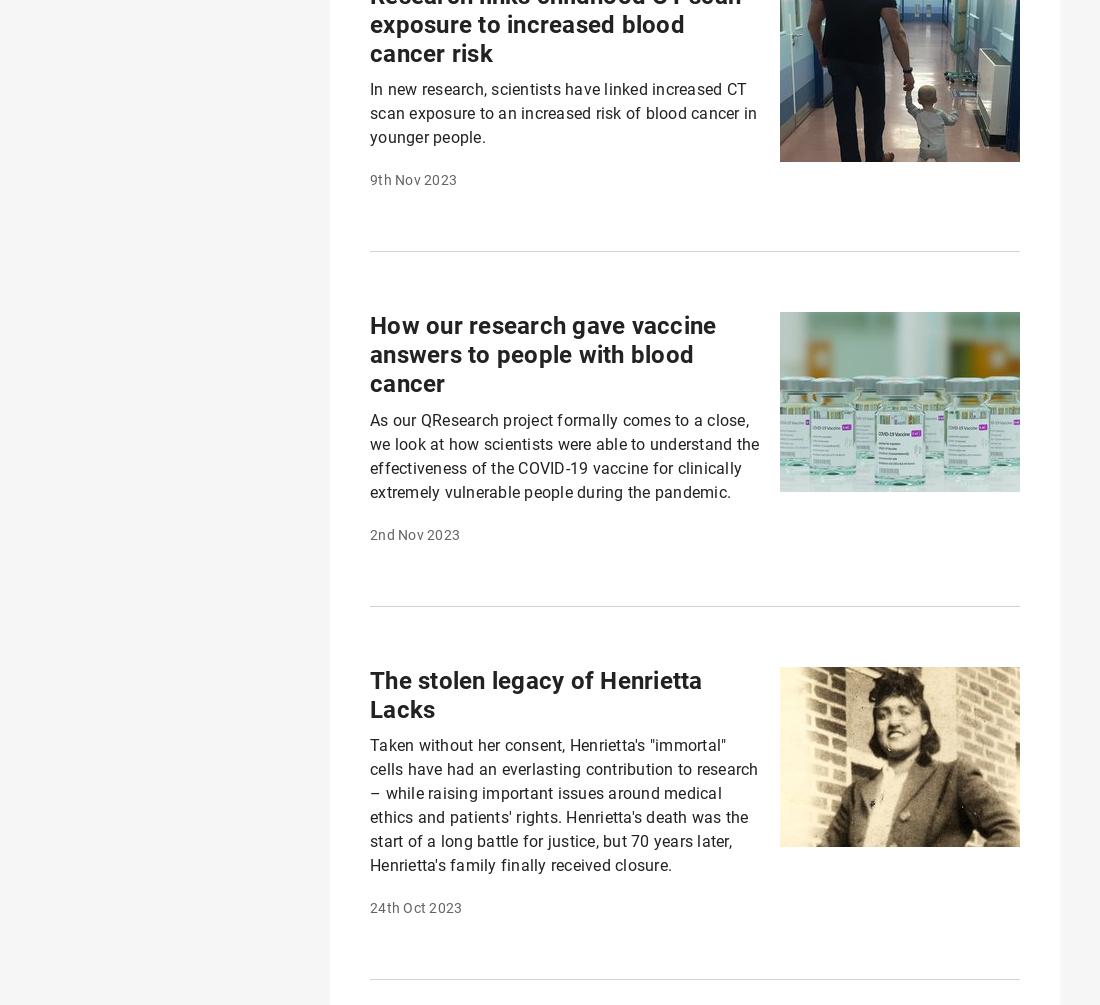  I want to click on '7th Sep 2023', so click(412, 61).